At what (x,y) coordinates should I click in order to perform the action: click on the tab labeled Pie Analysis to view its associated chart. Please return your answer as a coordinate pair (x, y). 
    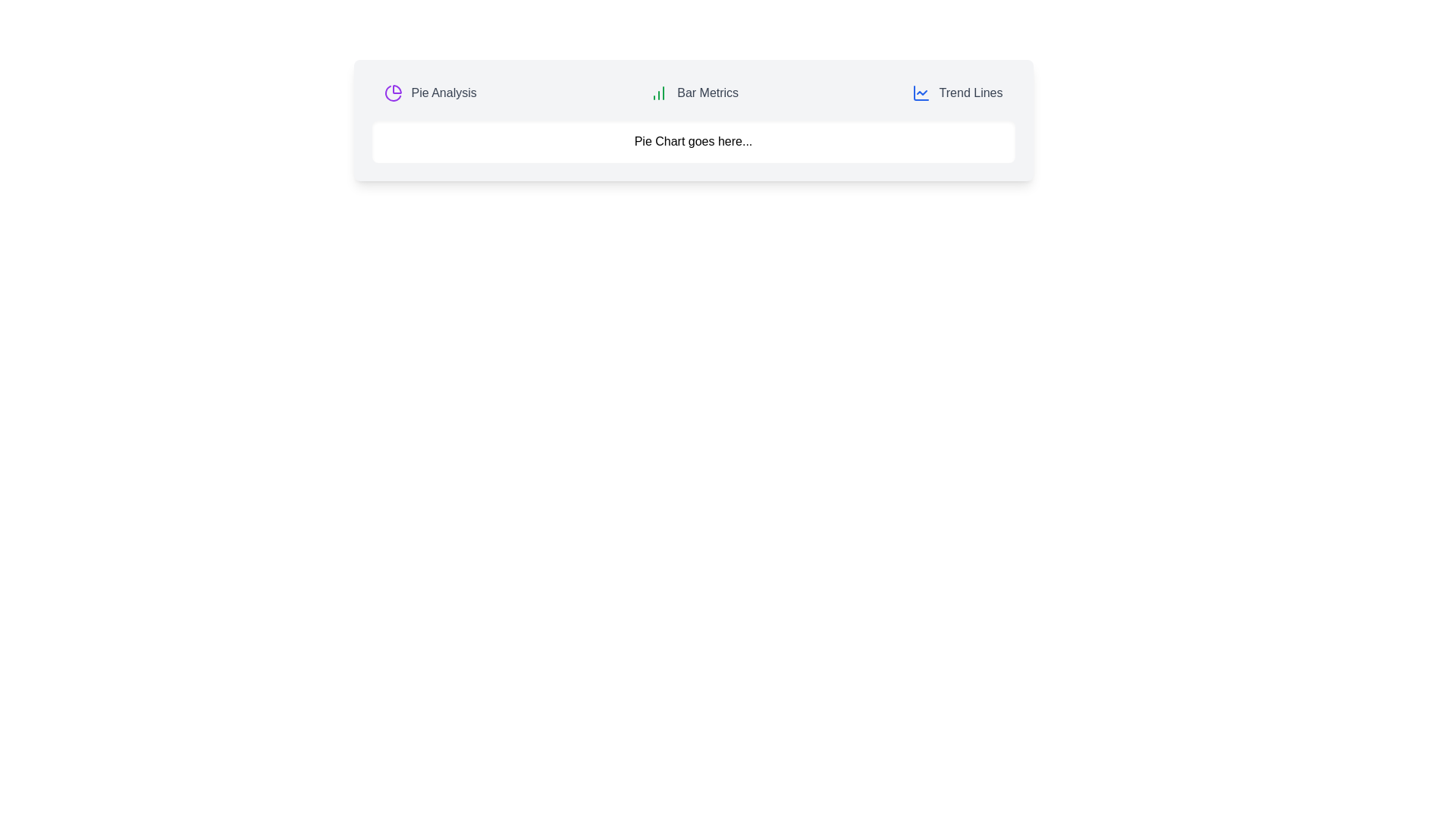
    Looking at the image, I should click on (429, 93).